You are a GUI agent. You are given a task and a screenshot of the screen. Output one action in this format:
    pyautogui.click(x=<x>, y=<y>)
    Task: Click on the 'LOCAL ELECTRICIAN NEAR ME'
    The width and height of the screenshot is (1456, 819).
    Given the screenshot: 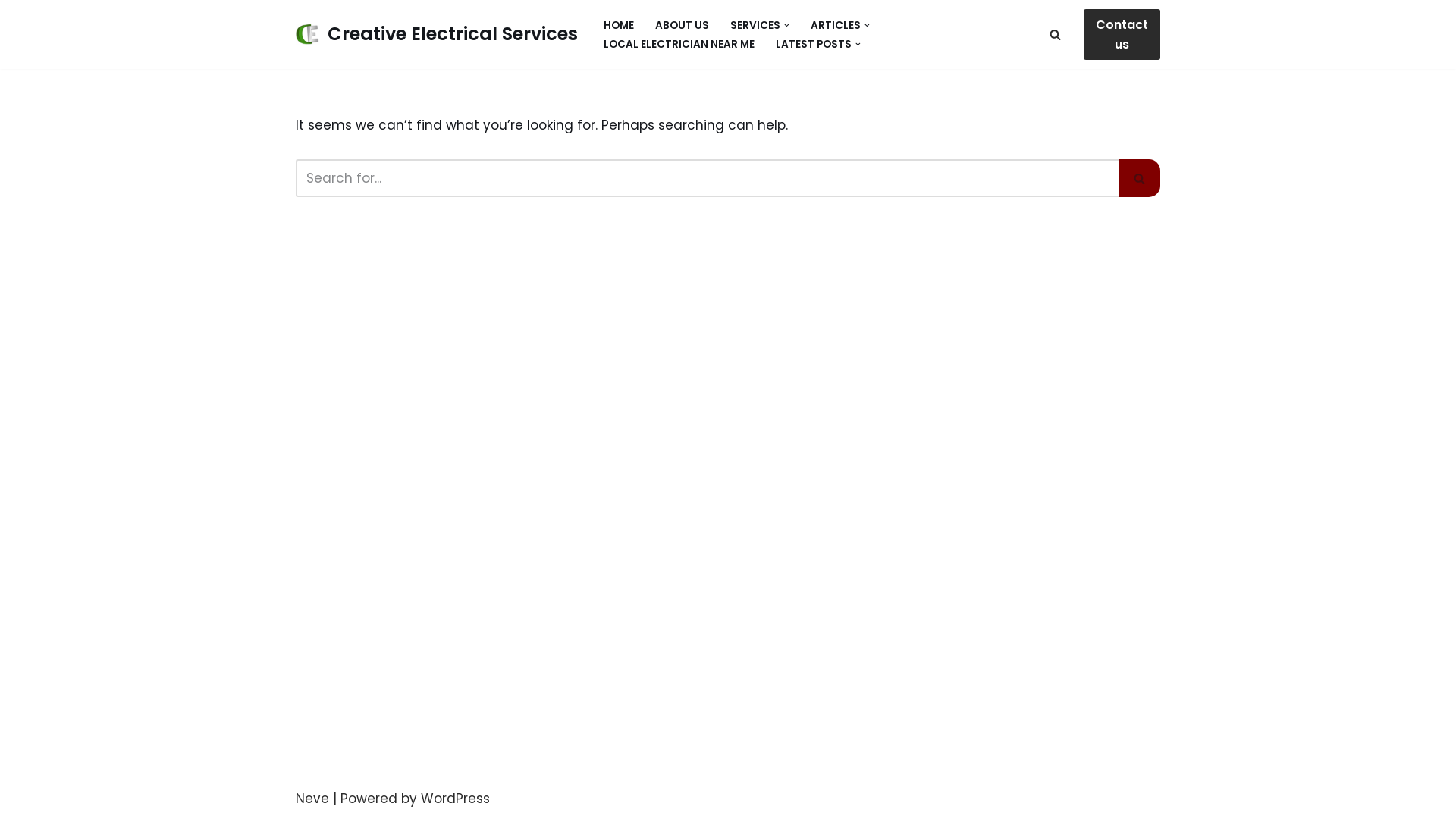 What is the action you would take?
    pyautogui.click(x=678, y=43)
    